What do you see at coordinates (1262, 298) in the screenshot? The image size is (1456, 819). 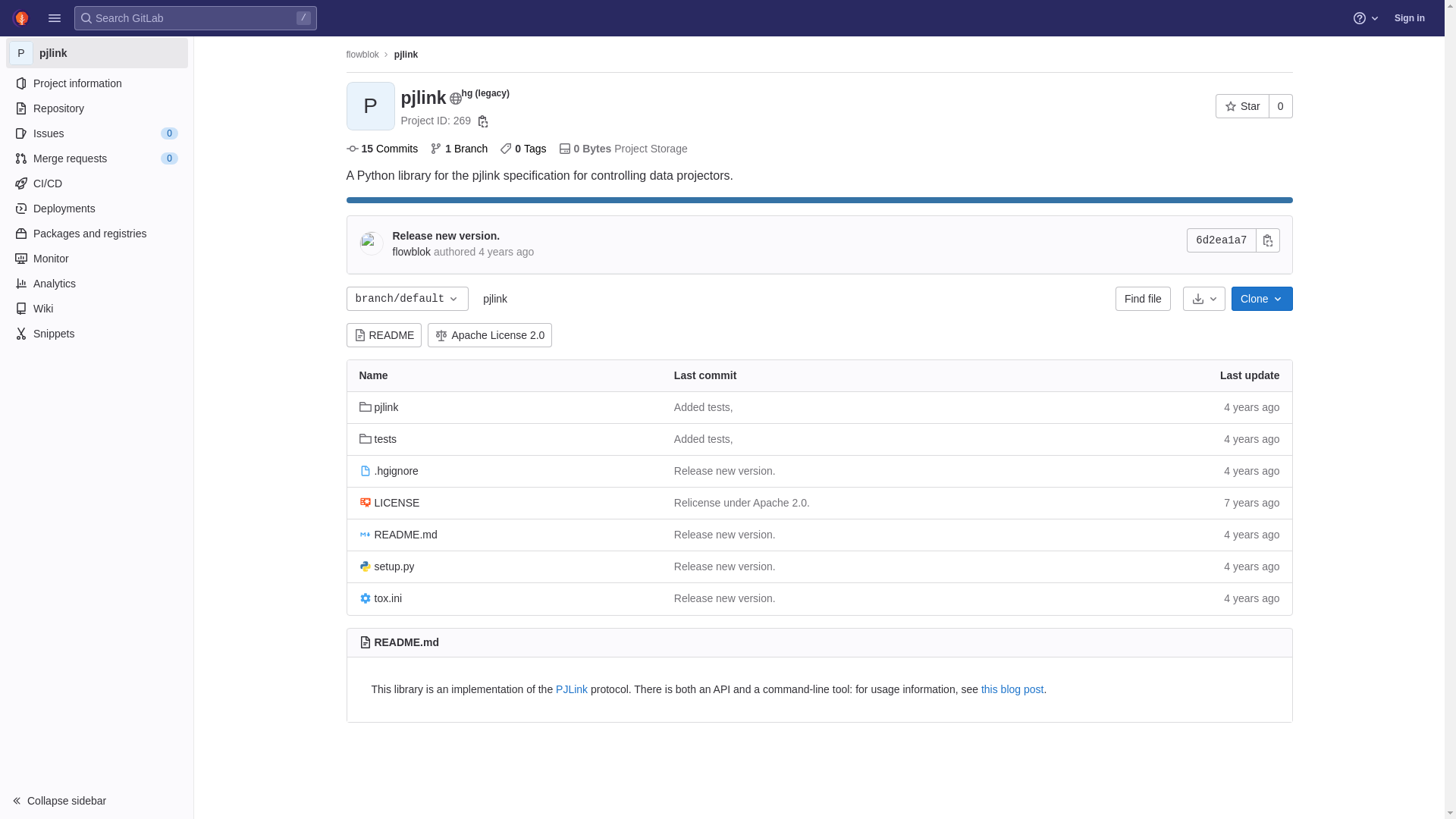 I see `'Clone'` at bounding box center [1262, 298].